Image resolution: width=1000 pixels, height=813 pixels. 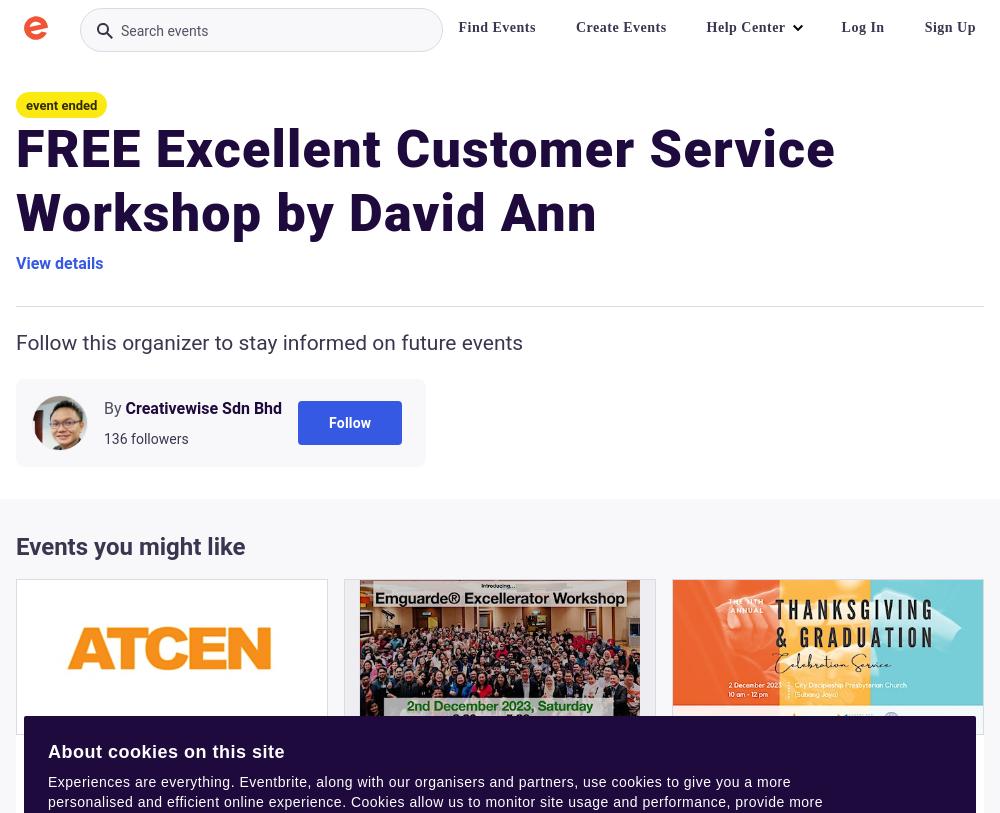 I want to click on 'Log In', so click(x=861, y=26).